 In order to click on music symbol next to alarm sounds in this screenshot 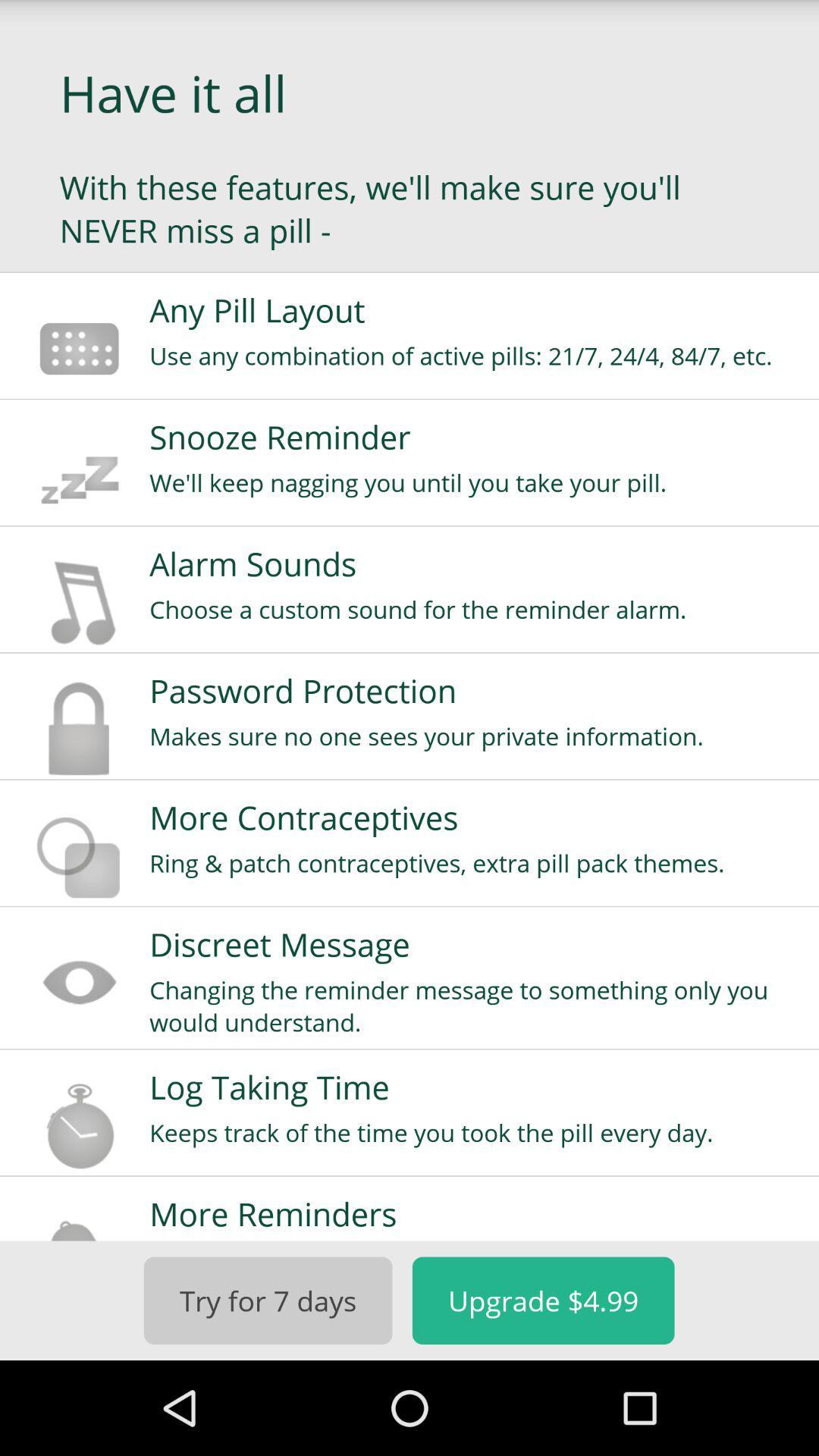, I will do `click(80, 601)`.